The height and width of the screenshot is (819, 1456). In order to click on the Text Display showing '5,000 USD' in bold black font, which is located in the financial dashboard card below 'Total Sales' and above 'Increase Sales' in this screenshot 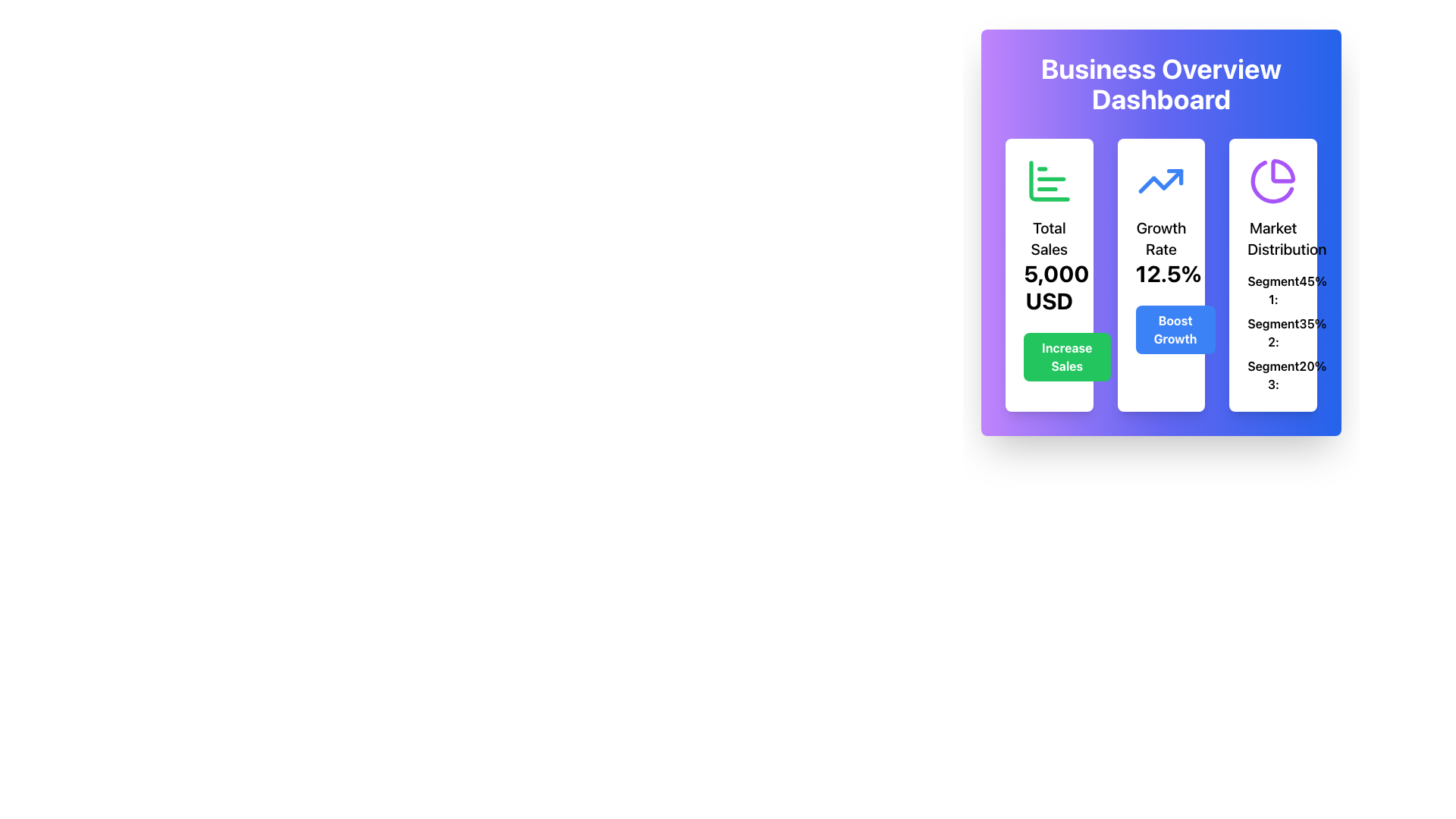, I will do `click(1048, 287)`.